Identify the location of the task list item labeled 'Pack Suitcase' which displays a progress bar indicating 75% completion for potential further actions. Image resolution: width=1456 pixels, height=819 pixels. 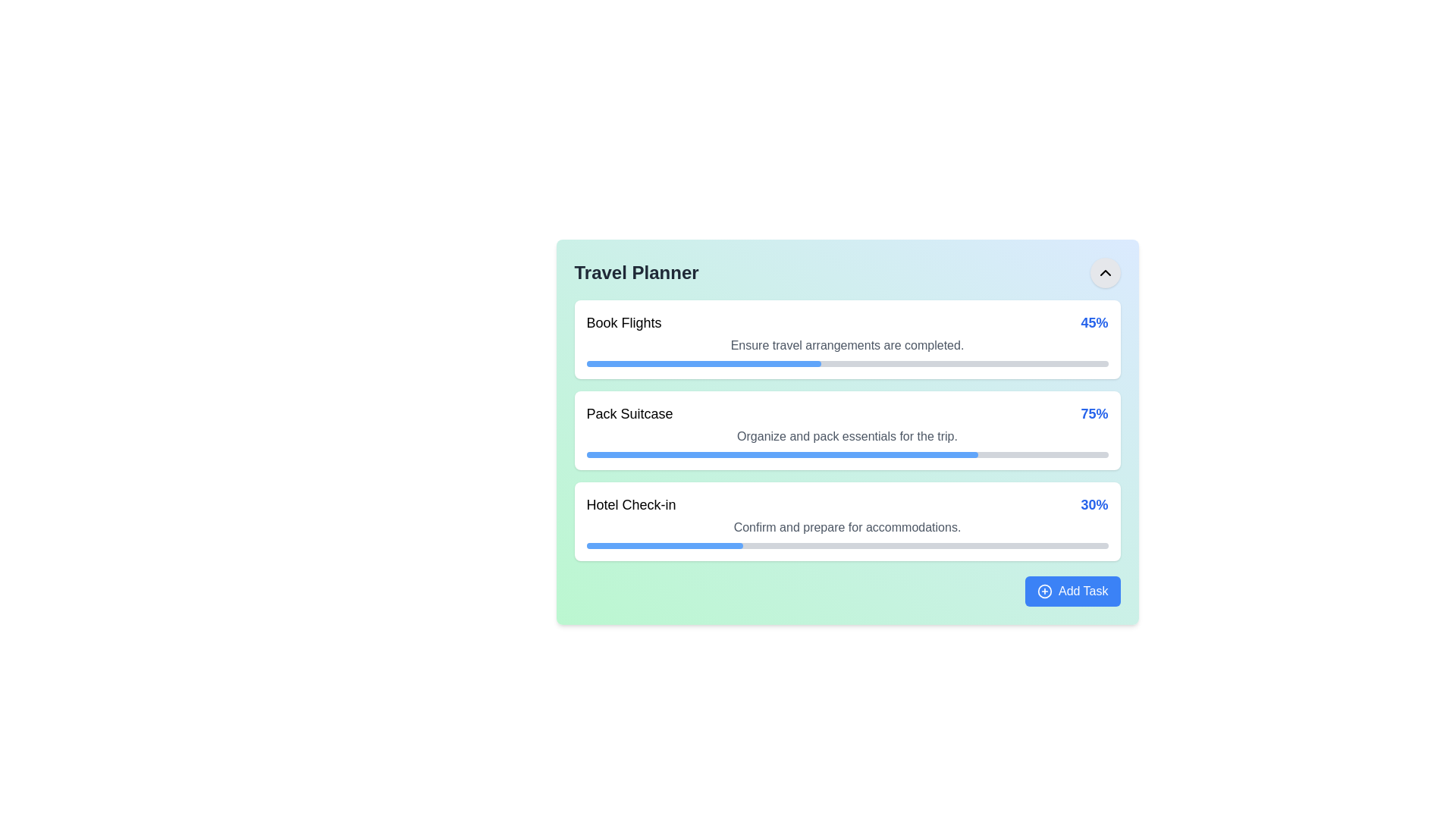
(846, 430).